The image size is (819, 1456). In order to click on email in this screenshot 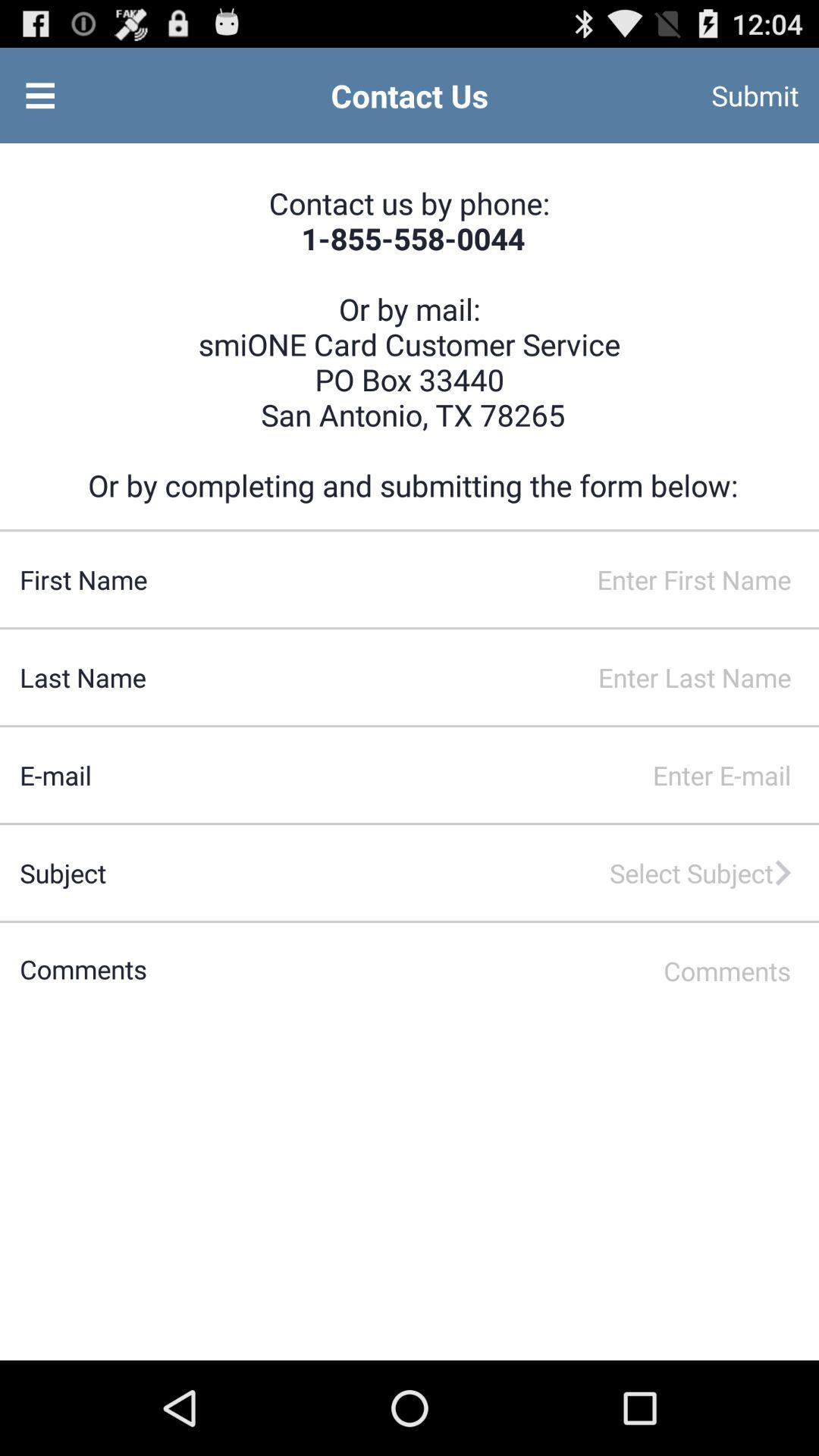, I will do `click(454, 775)`.